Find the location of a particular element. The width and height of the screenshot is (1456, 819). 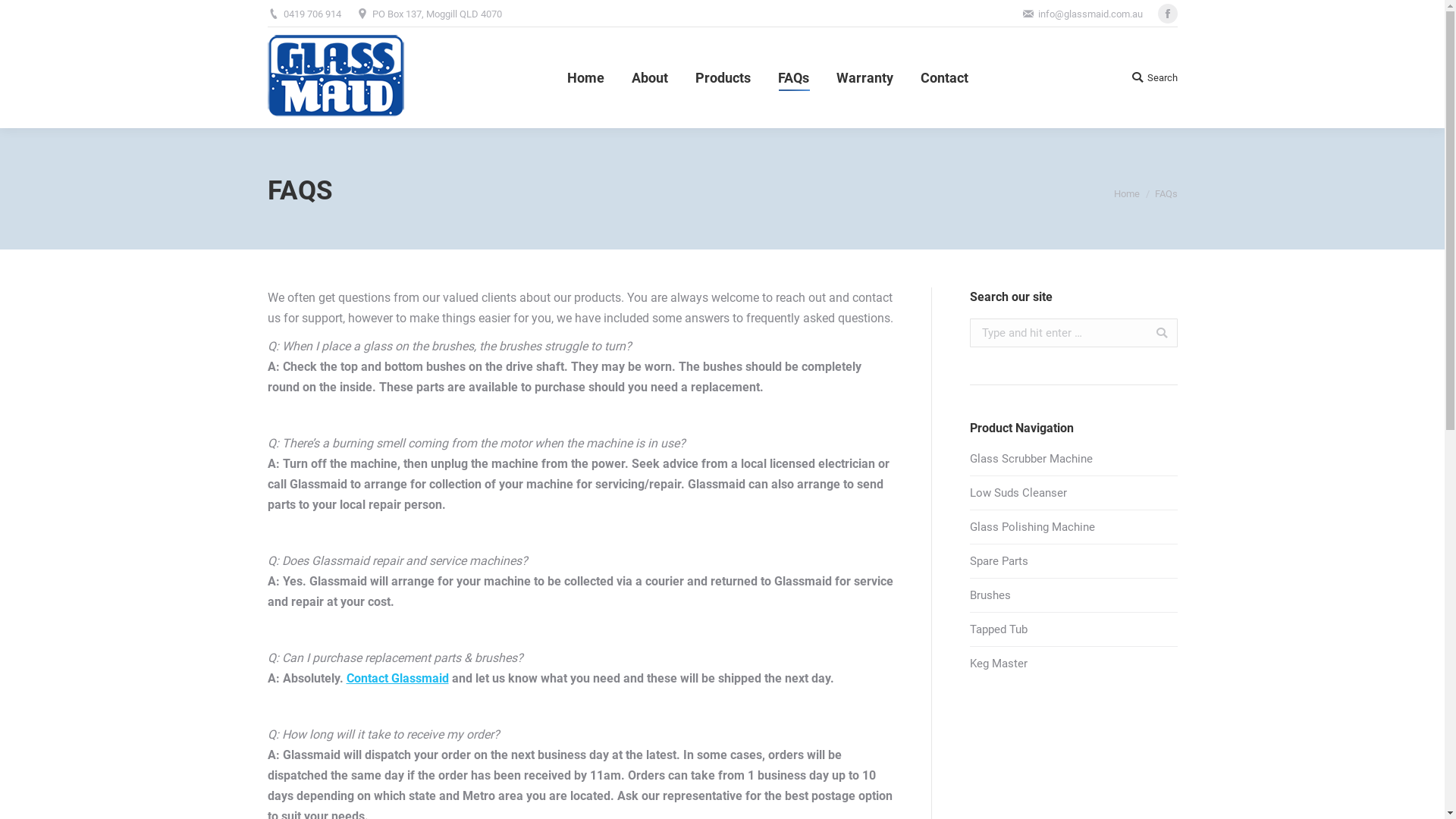

'Go!' is located at coordinates (21, 14).